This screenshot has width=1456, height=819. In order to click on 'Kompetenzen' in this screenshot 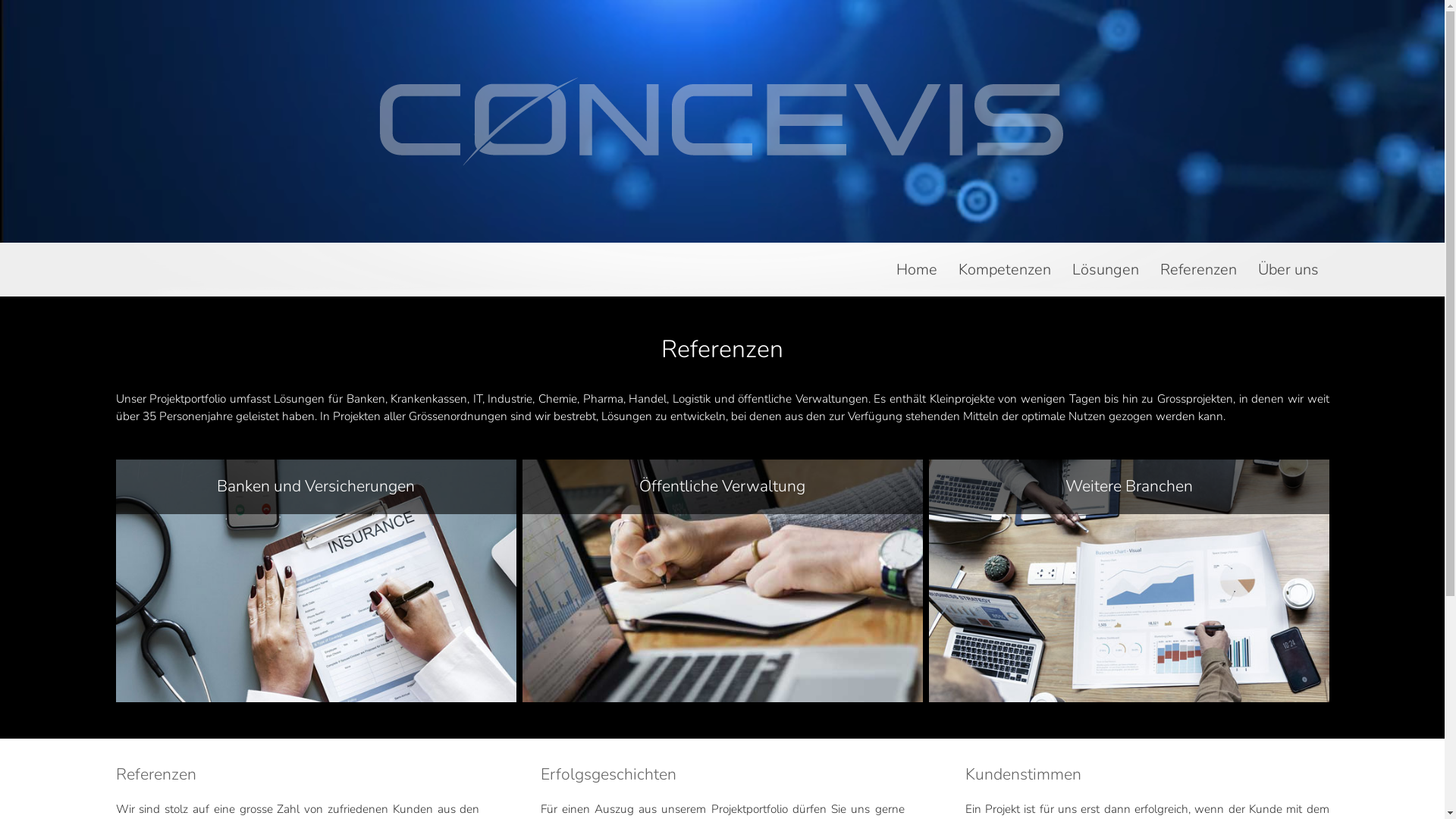, I will do `click(1004, 277)`.